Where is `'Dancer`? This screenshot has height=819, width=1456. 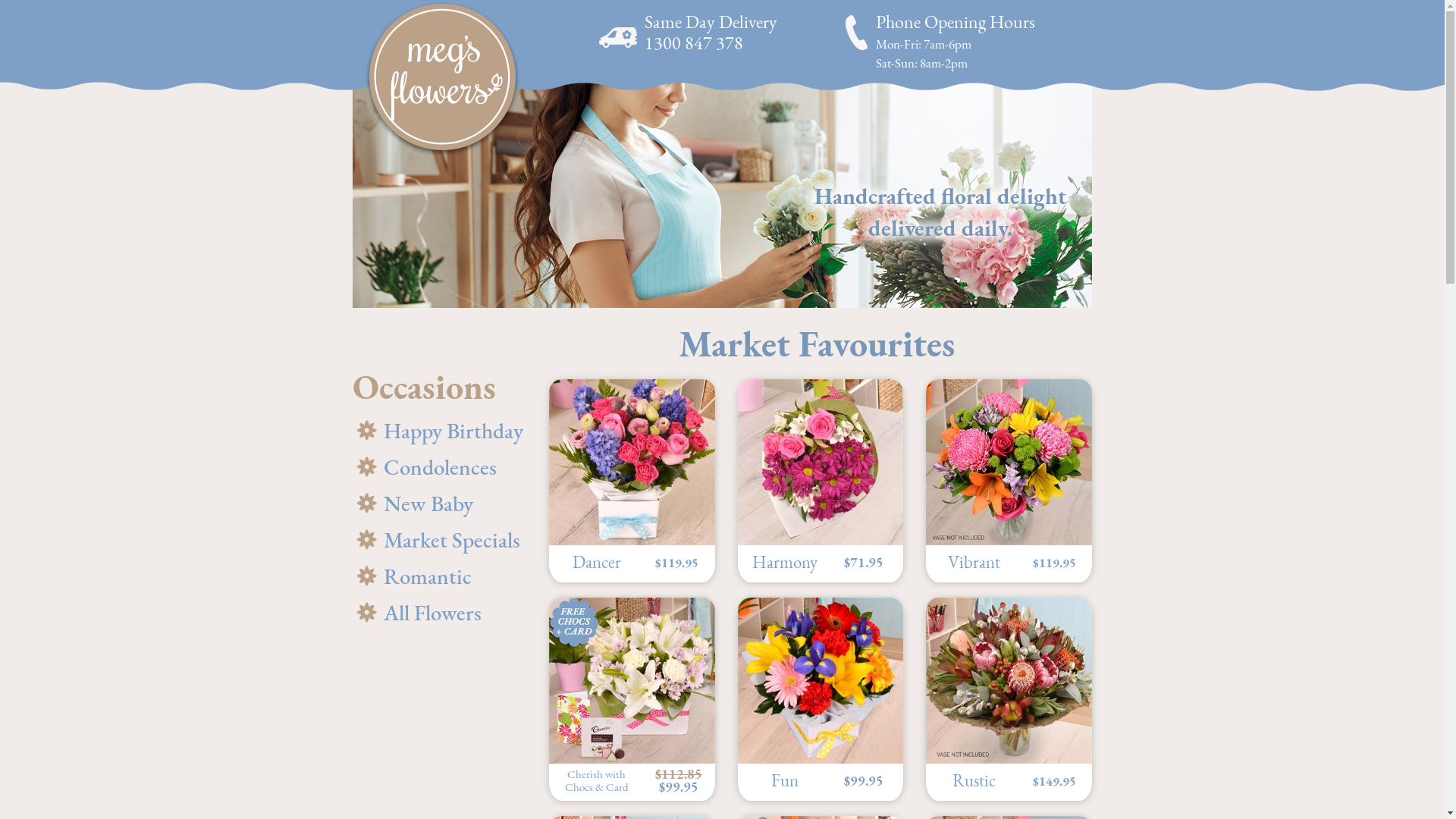
'Dancer is located at coordinates (632, 480).